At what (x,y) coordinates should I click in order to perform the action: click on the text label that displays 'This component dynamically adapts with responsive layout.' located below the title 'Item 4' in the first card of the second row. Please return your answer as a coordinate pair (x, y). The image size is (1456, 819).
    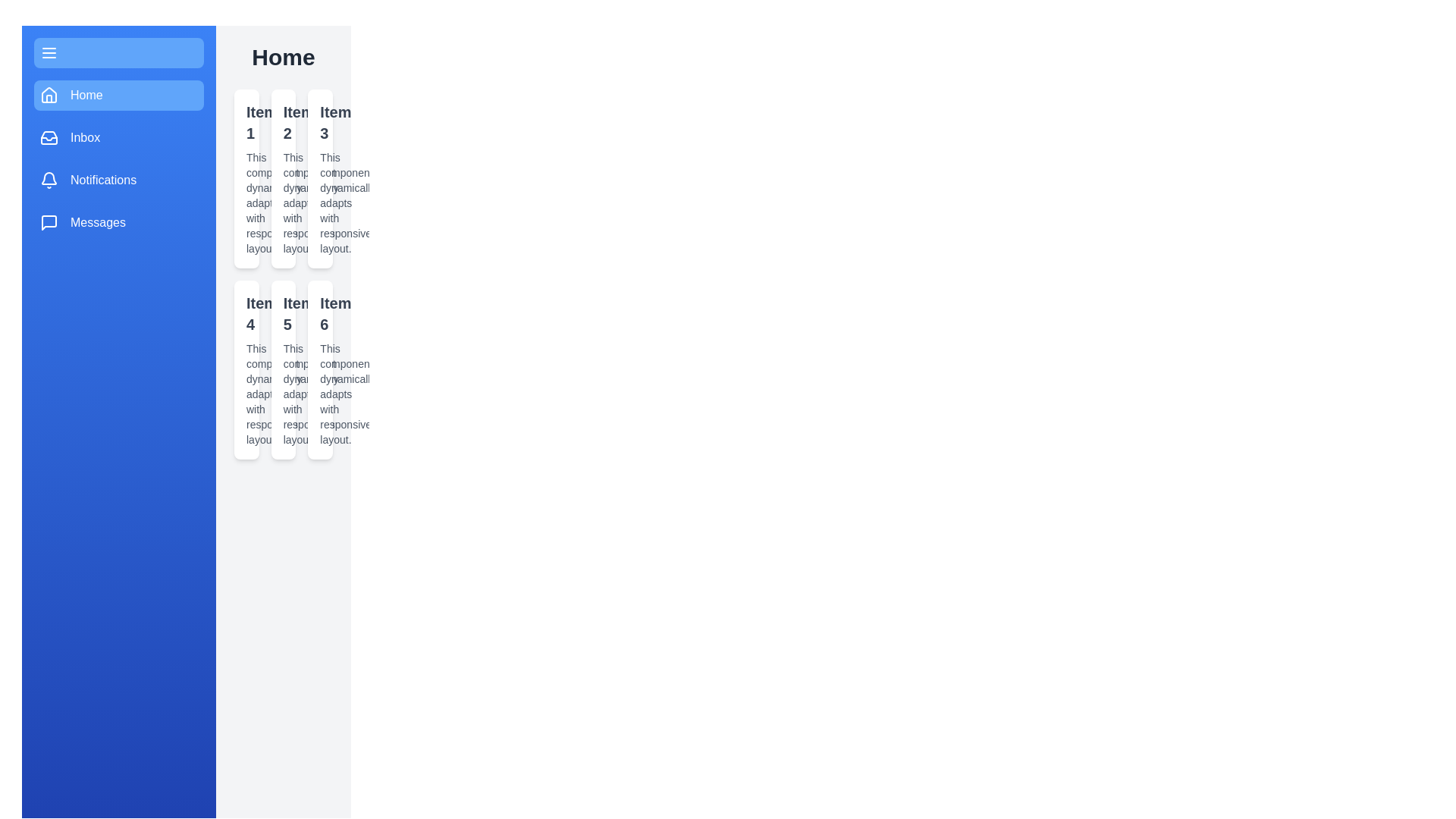
    Looking at the image, I should click on (246, 394).